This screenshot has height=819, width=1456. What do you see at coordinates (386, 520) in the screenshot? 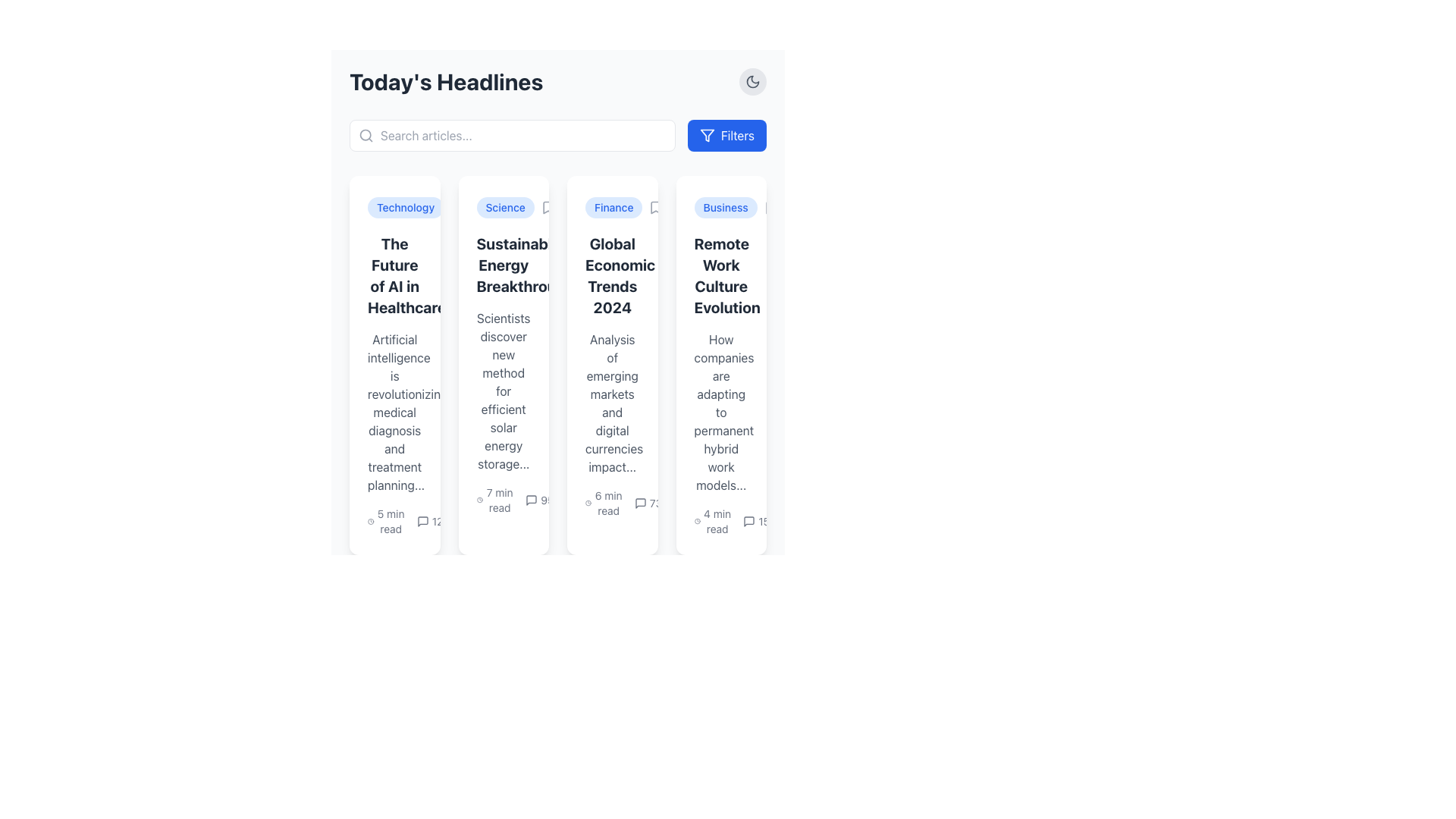
I see `the informational label indicating the estimated time required to read the article 'The Future of AI in Healthcare' to evaluate article length` at bounding box center [386, 520].